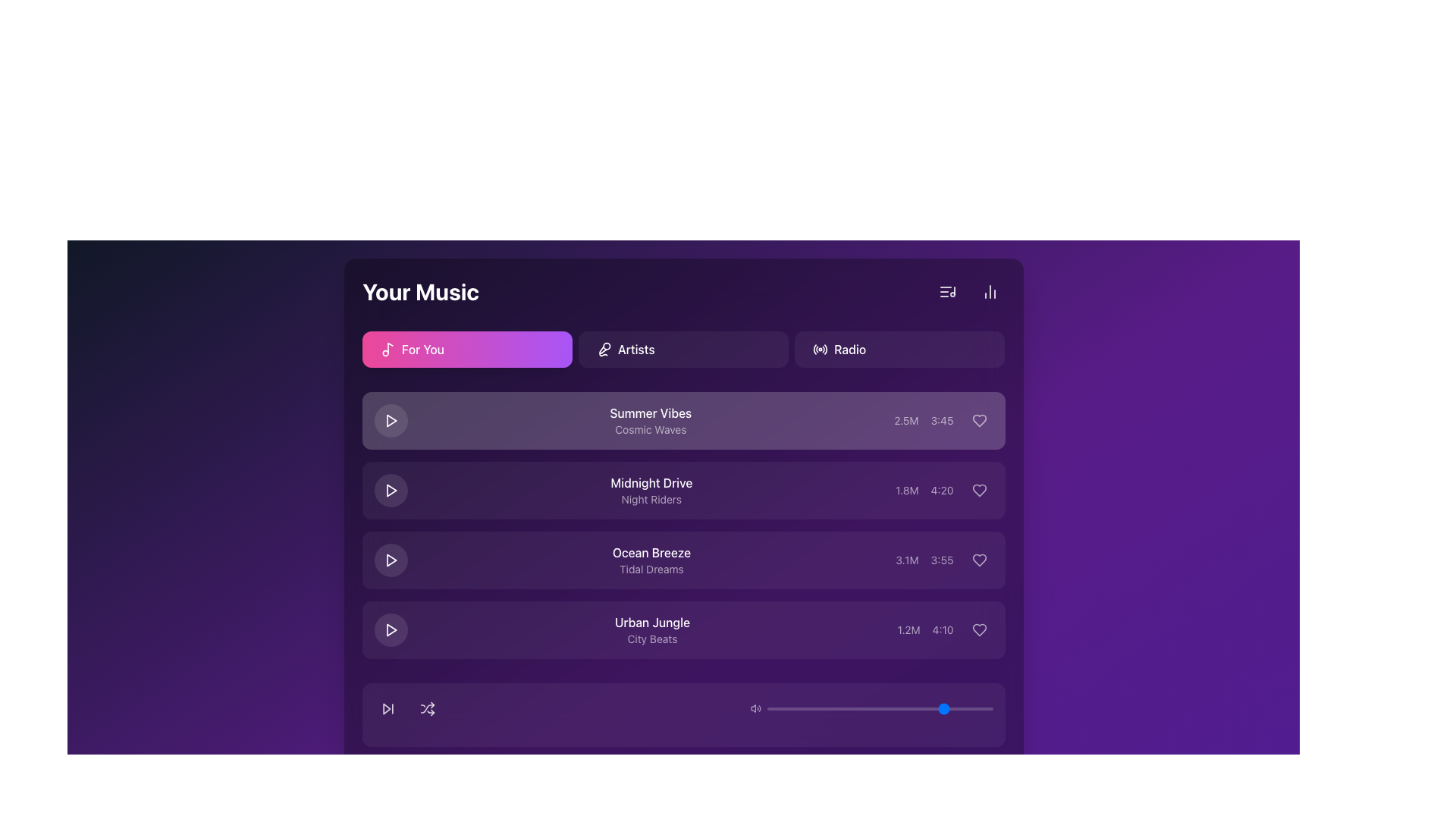 This screenshot has width=1456, height=819. Describe the element at coordinates (652, 629) in the screenshot. I see `text from the Text Label displaying 'Urban Jungle' and 'City Beats' which is the fourth item in the vertical list of music entries` at that location.